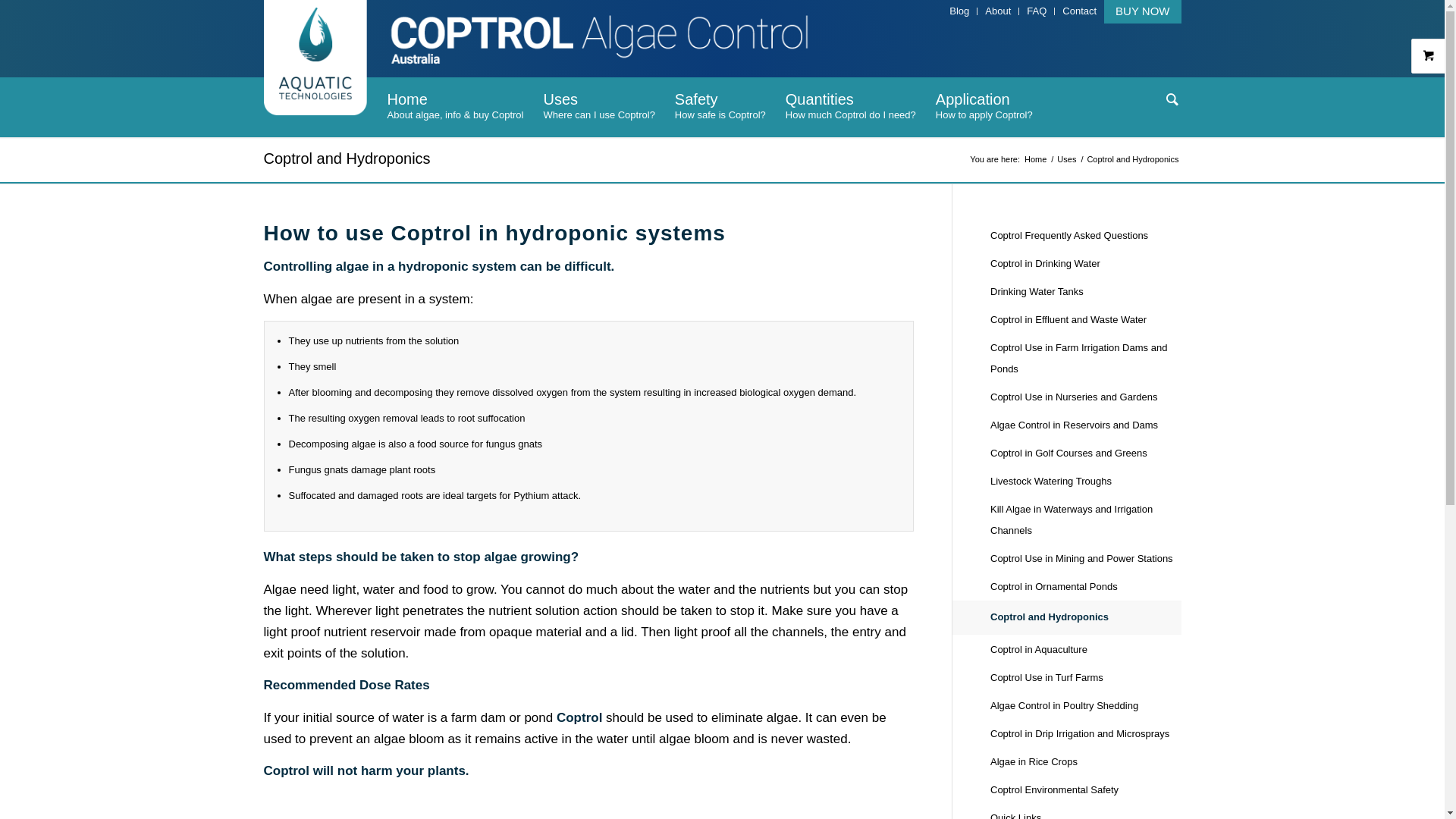 The image size is (1456, 819). Describe the element at coordinates (1078, 11) in the screenshot. I see `'Contact'` at that location.